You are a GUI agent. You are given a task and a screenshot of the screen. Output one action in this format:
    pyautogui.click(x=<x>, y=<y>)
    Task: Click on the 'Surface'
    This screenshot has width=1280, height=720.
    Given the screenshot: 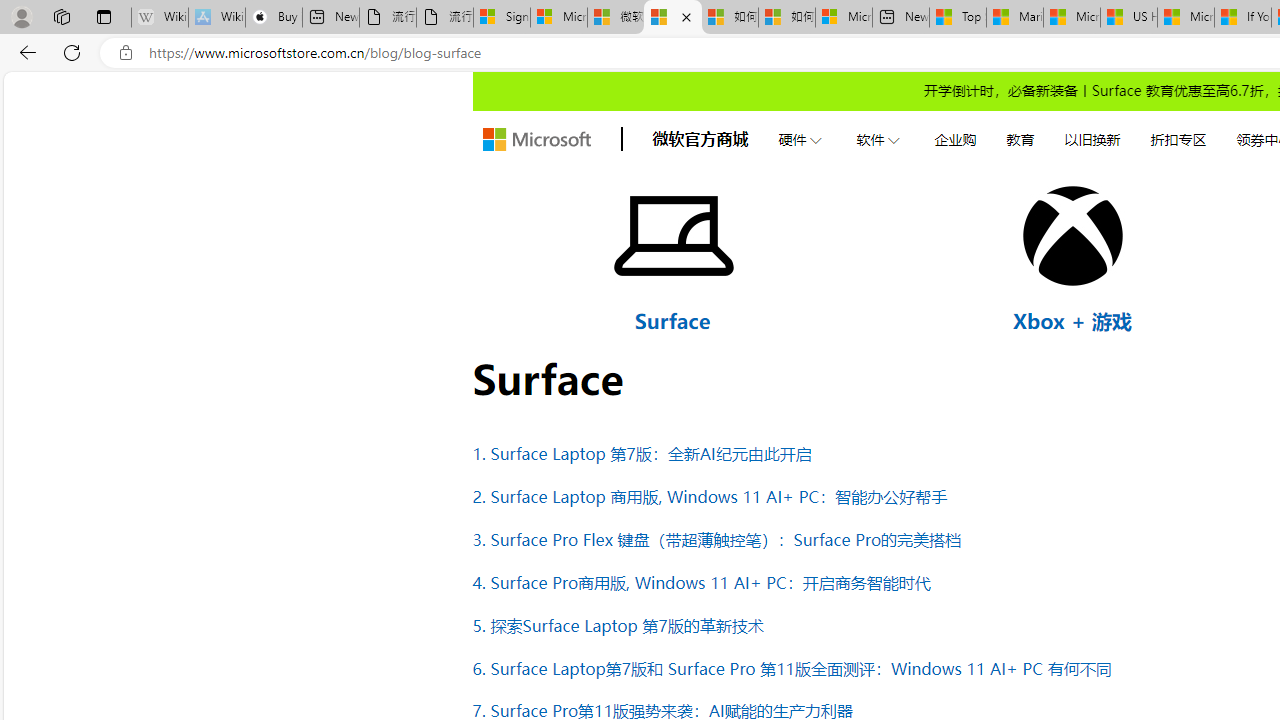 What is the action you would take?
    pyautogui.click(x=672, y=319)
    